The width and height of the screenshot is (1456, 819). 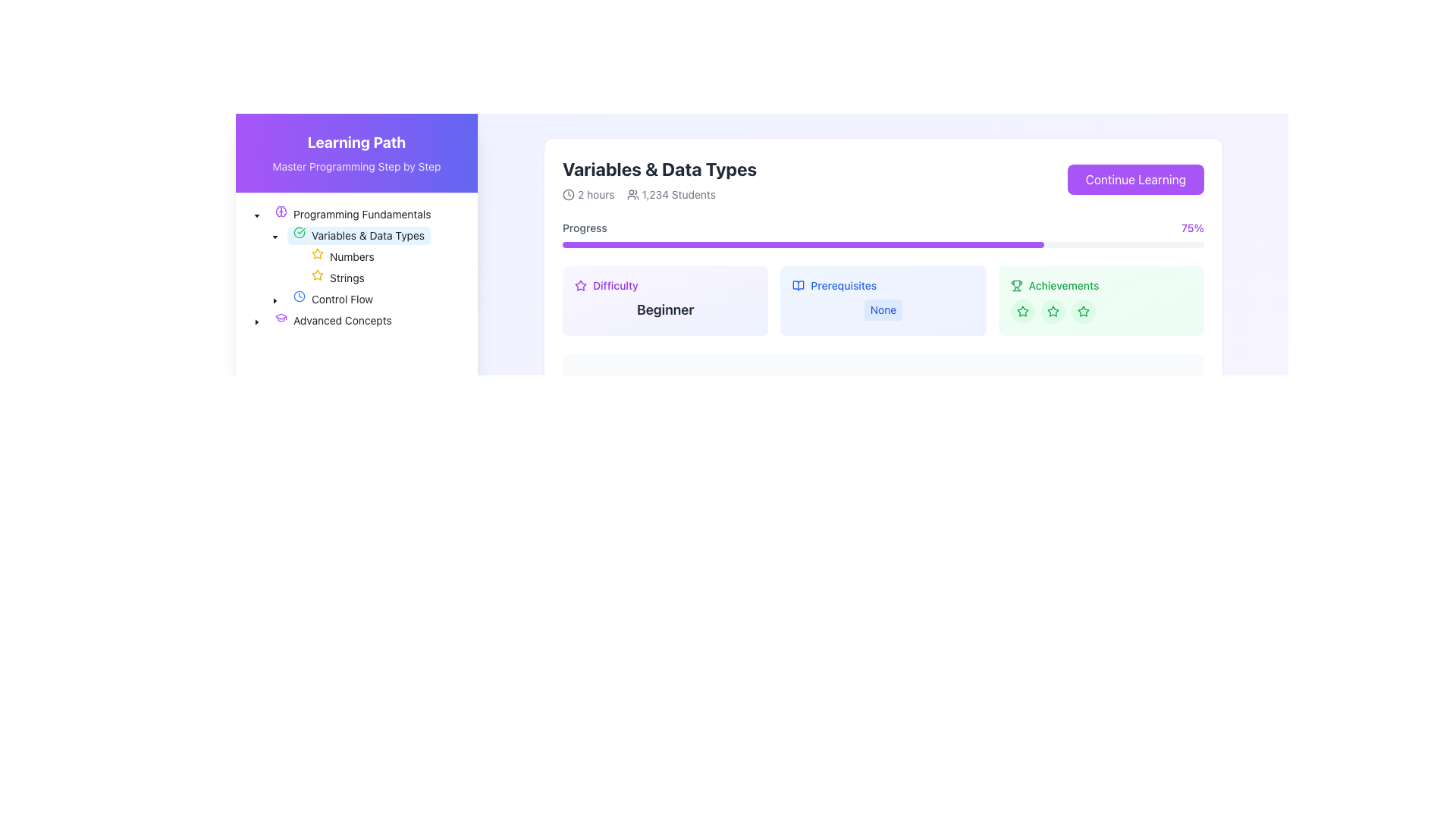 I want to click on the progress bar indicating 75% completion in the 'Variables & Data Types' section for accessibility, so click(x=883, y=234).